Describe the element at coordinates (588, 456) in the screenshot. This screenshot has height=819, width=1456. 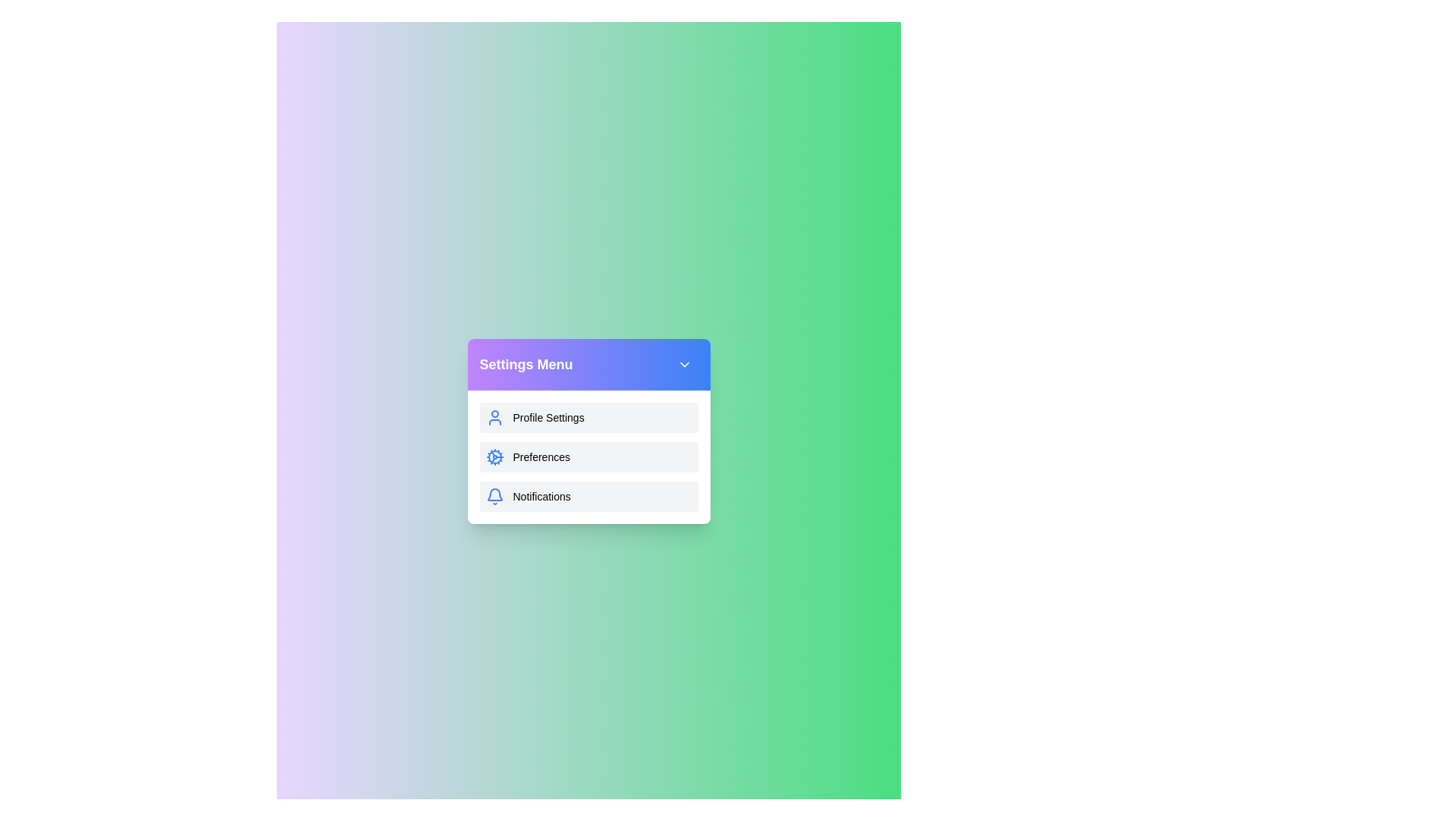
I see `the 'Preferences' menu item` at that location.